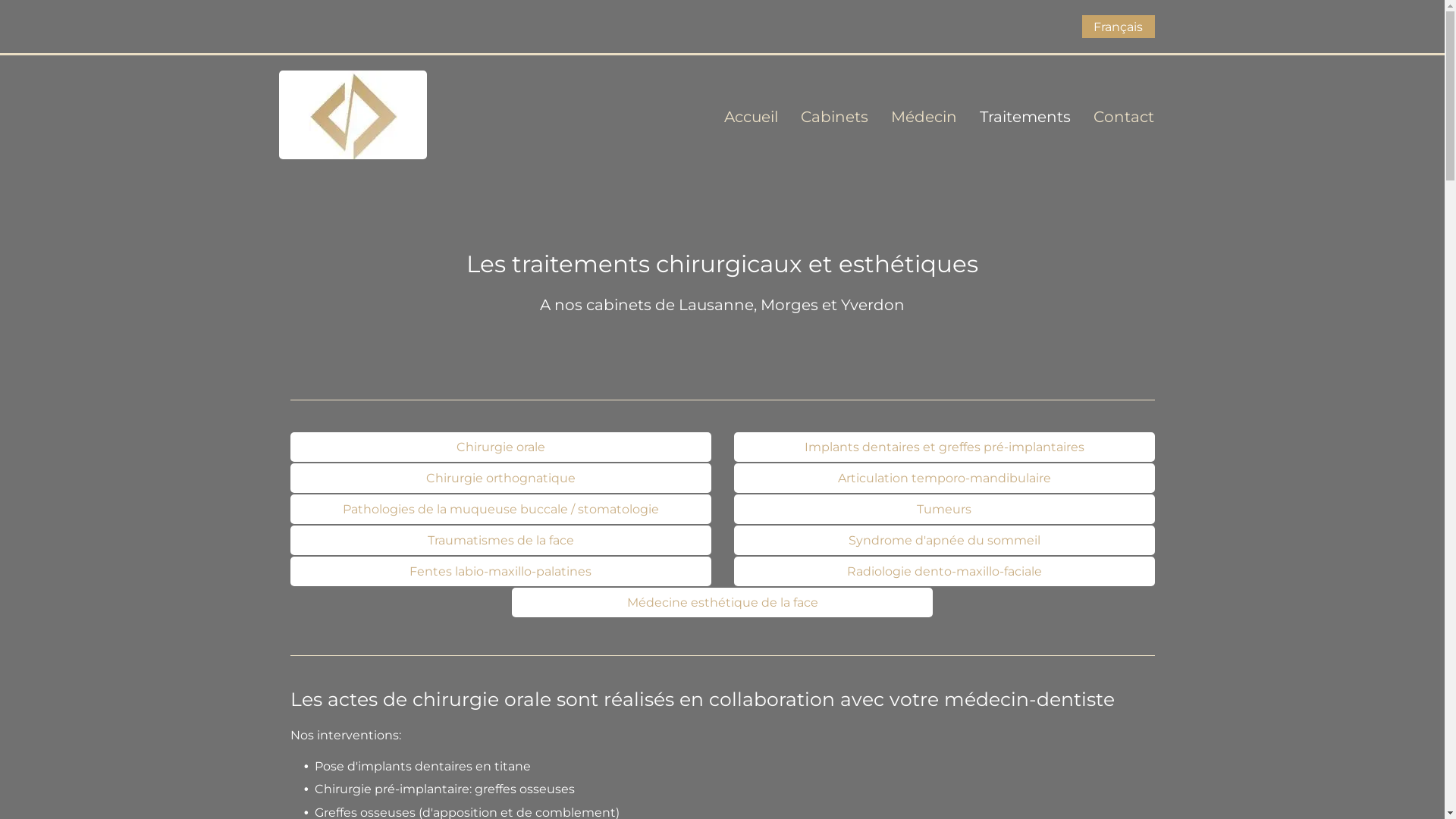 The image size is (1456, 819). Describe the element at coordinates (943, 571) in the screenshot. I see `'Radiologie dento-maxillo-faciale'` at that location.